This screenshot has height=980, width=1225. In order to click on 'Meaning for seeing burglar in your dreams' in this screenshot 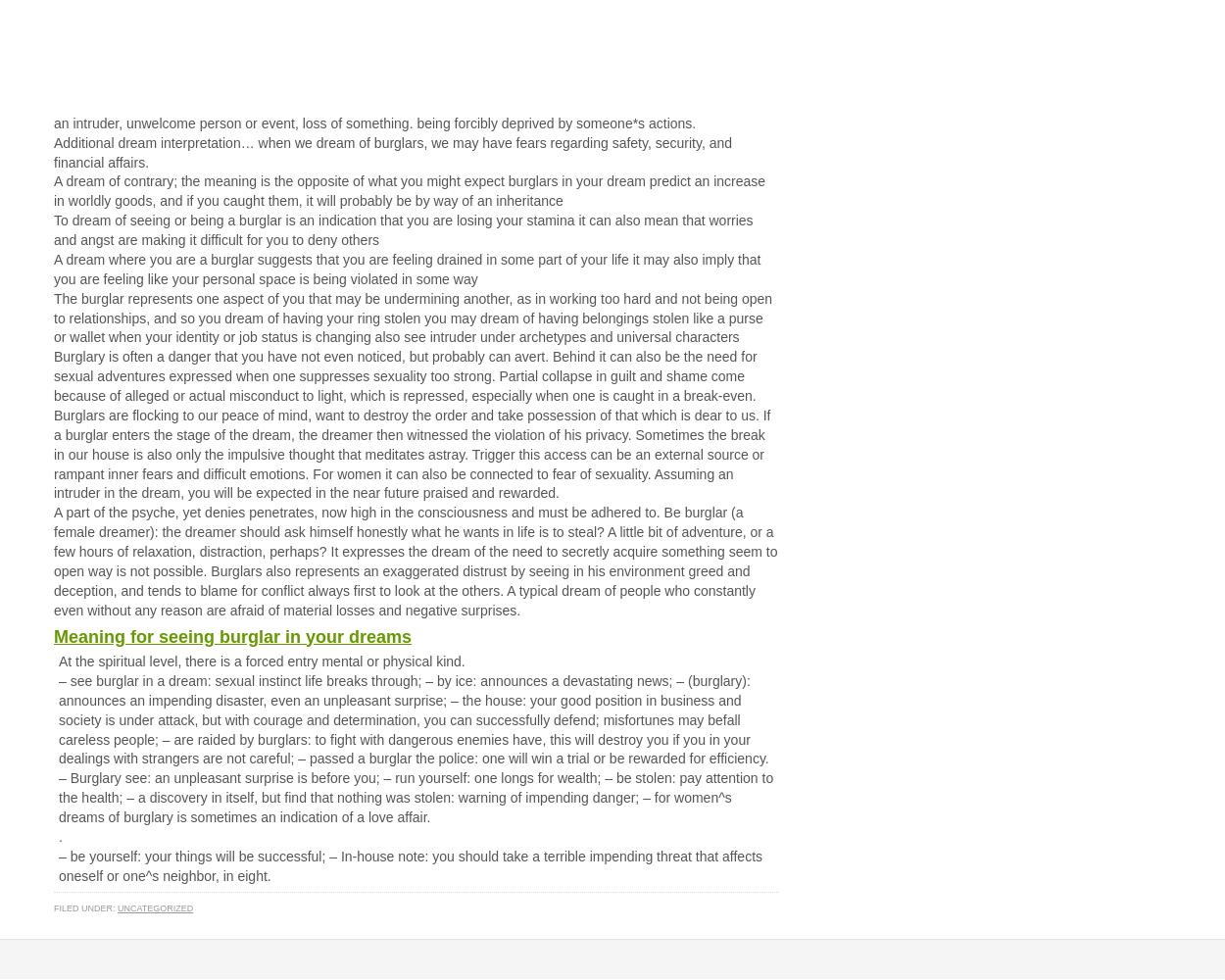, I will do `click(231, 636)`.